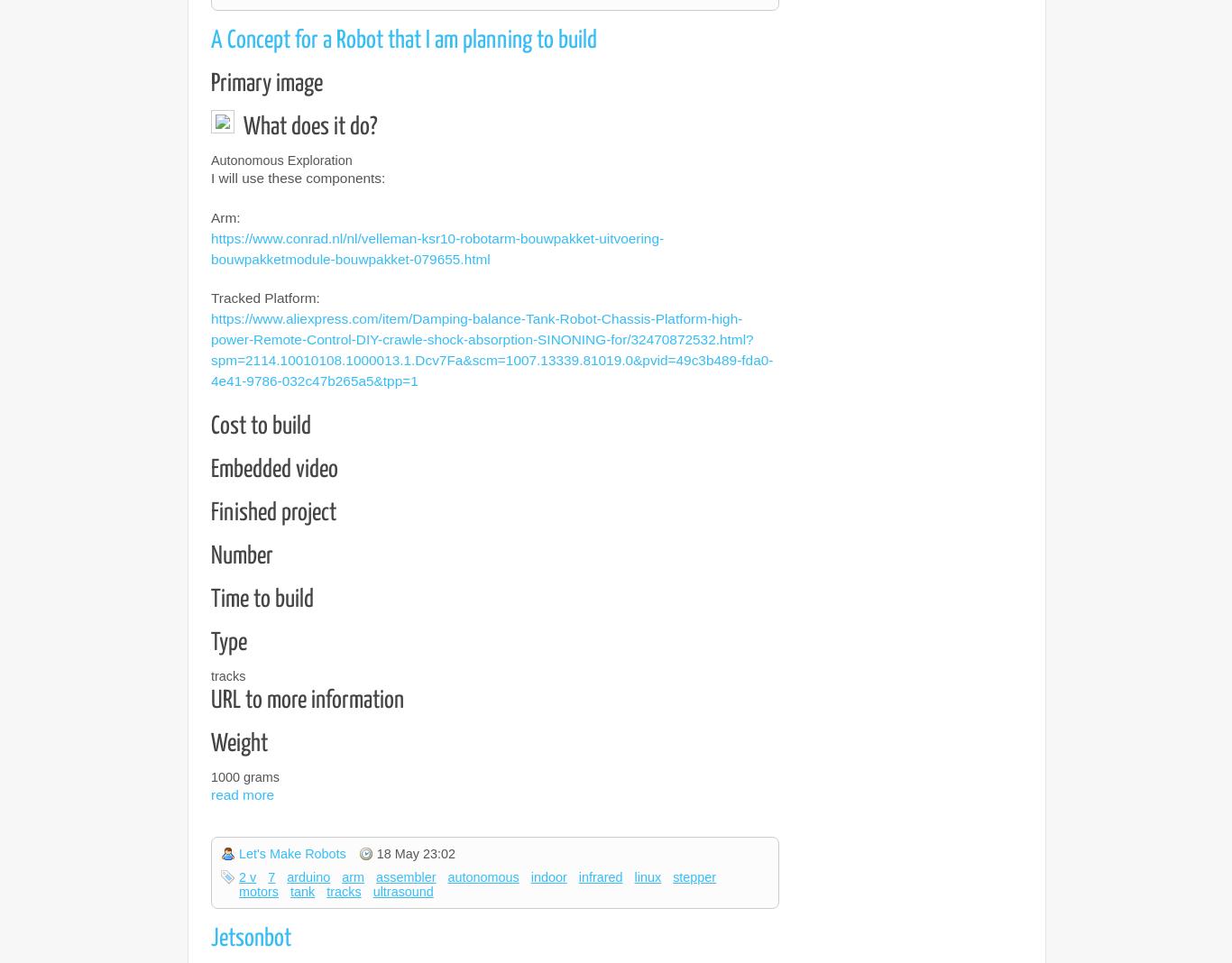 The image size is (1232, 963). I want to click on 'autonomous', so click(483, 876).